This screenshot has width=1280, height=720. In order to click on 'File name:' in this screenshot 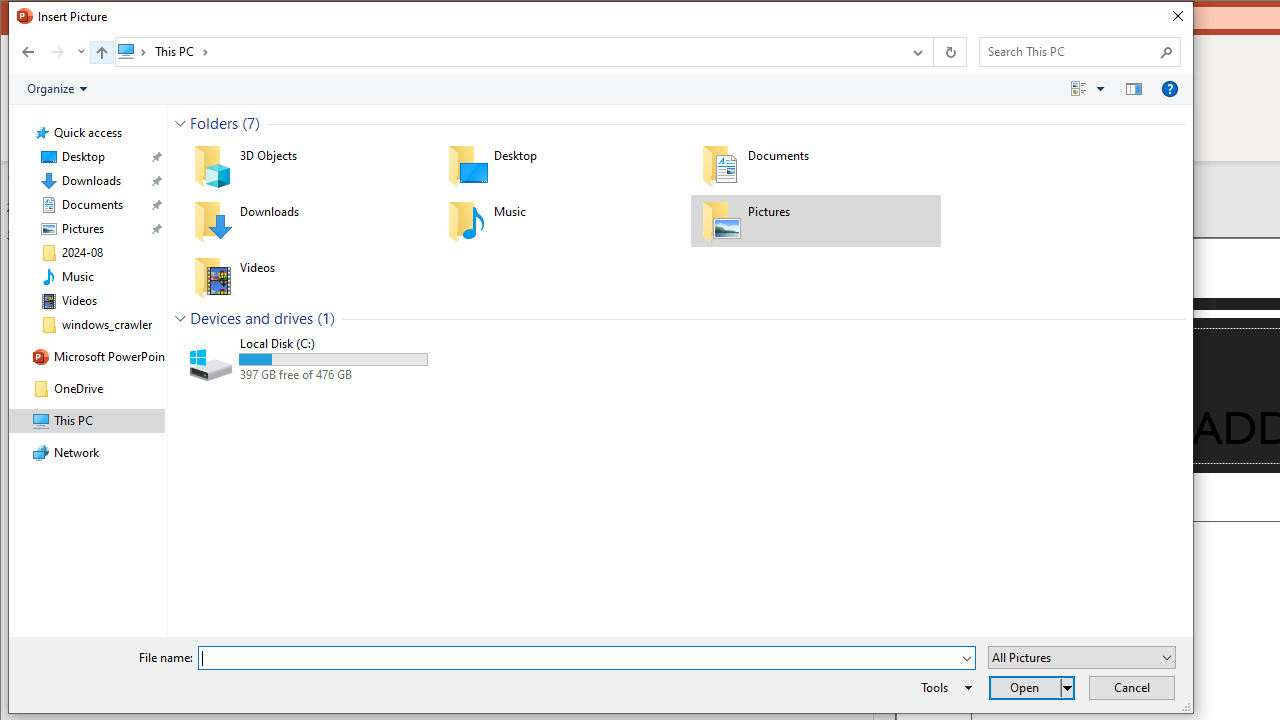, I will do `click(578, 658)`.